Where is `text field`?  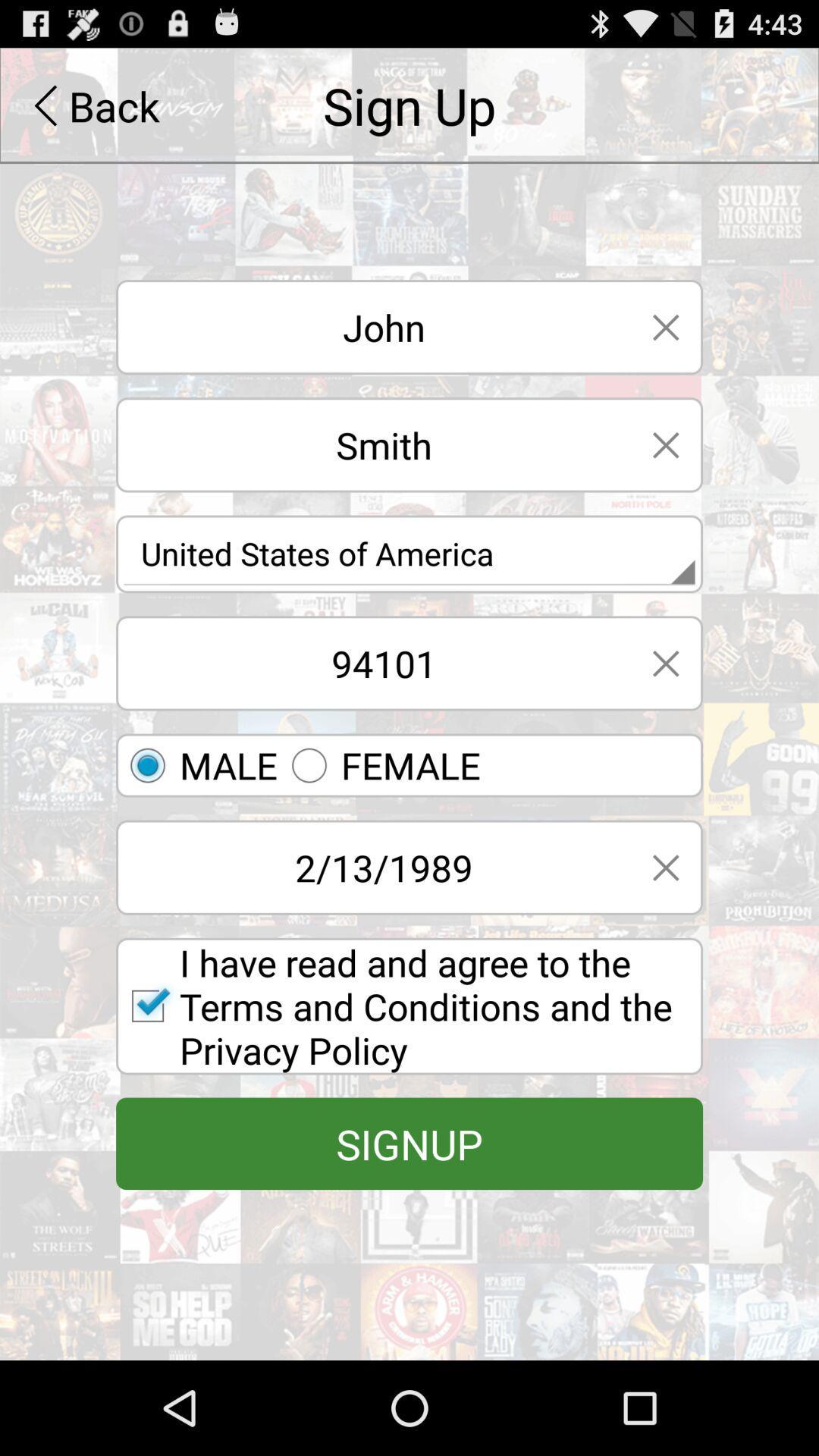 text field is located at coordinates (665, 663).